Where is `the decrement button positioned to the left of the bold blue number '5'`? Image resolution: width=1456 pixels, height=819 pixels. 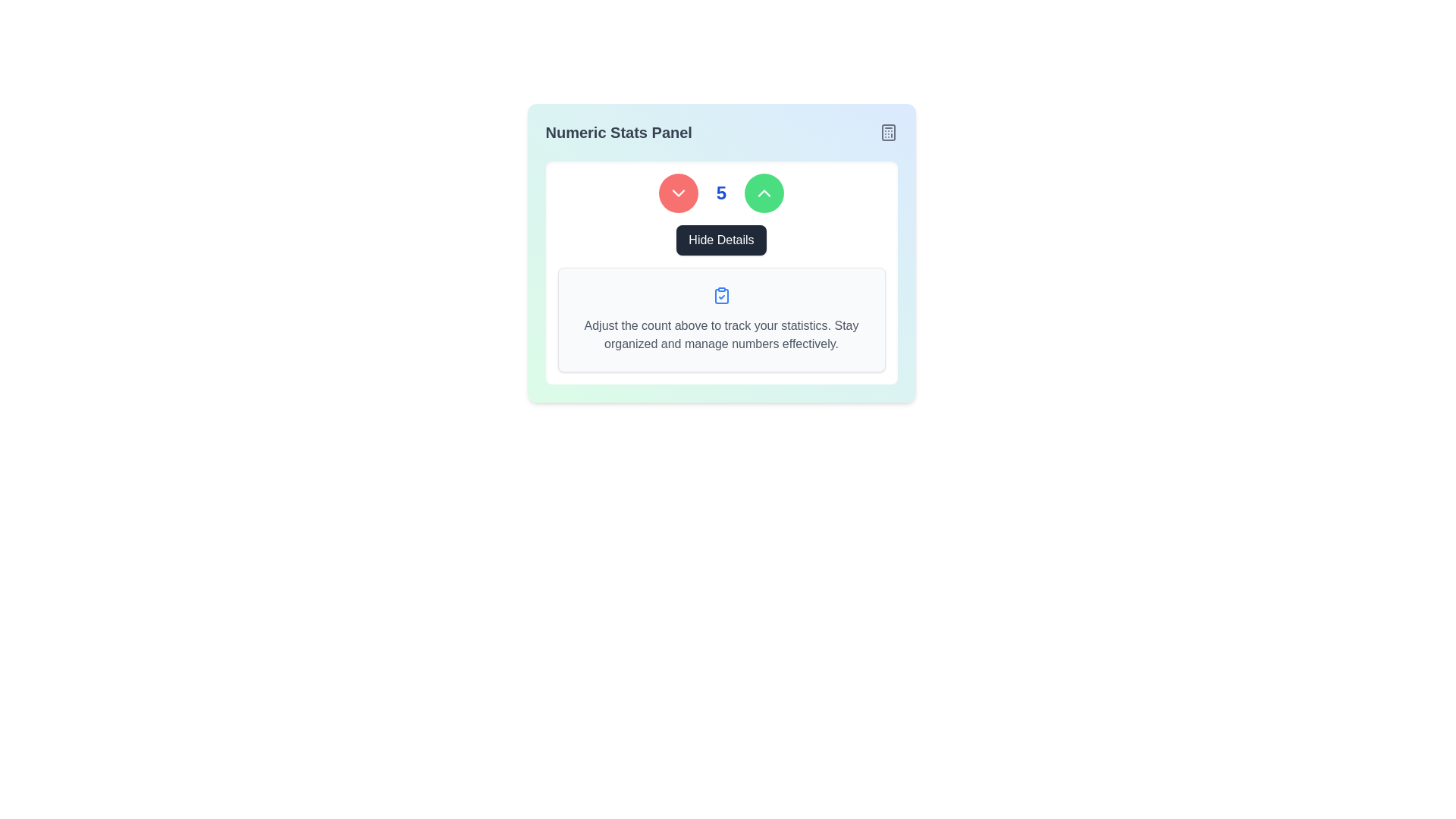 the decrement button positioned to the left of the bold blue number '5' is located at coordinates (677, 192).